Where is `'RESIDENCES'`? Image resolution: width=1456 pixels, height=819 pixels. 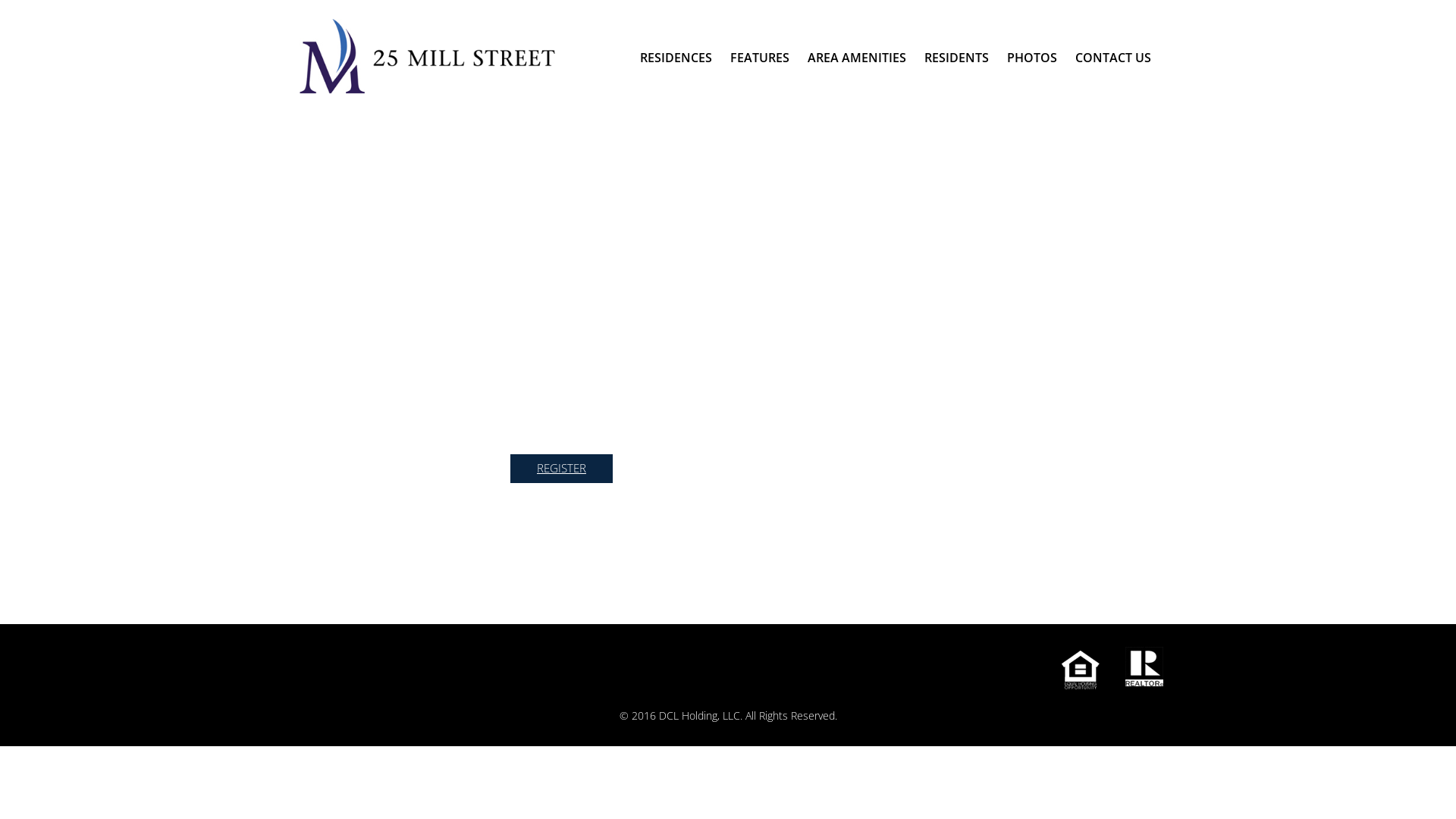
'RESIDENCES' is located at coordinates (675, 57).